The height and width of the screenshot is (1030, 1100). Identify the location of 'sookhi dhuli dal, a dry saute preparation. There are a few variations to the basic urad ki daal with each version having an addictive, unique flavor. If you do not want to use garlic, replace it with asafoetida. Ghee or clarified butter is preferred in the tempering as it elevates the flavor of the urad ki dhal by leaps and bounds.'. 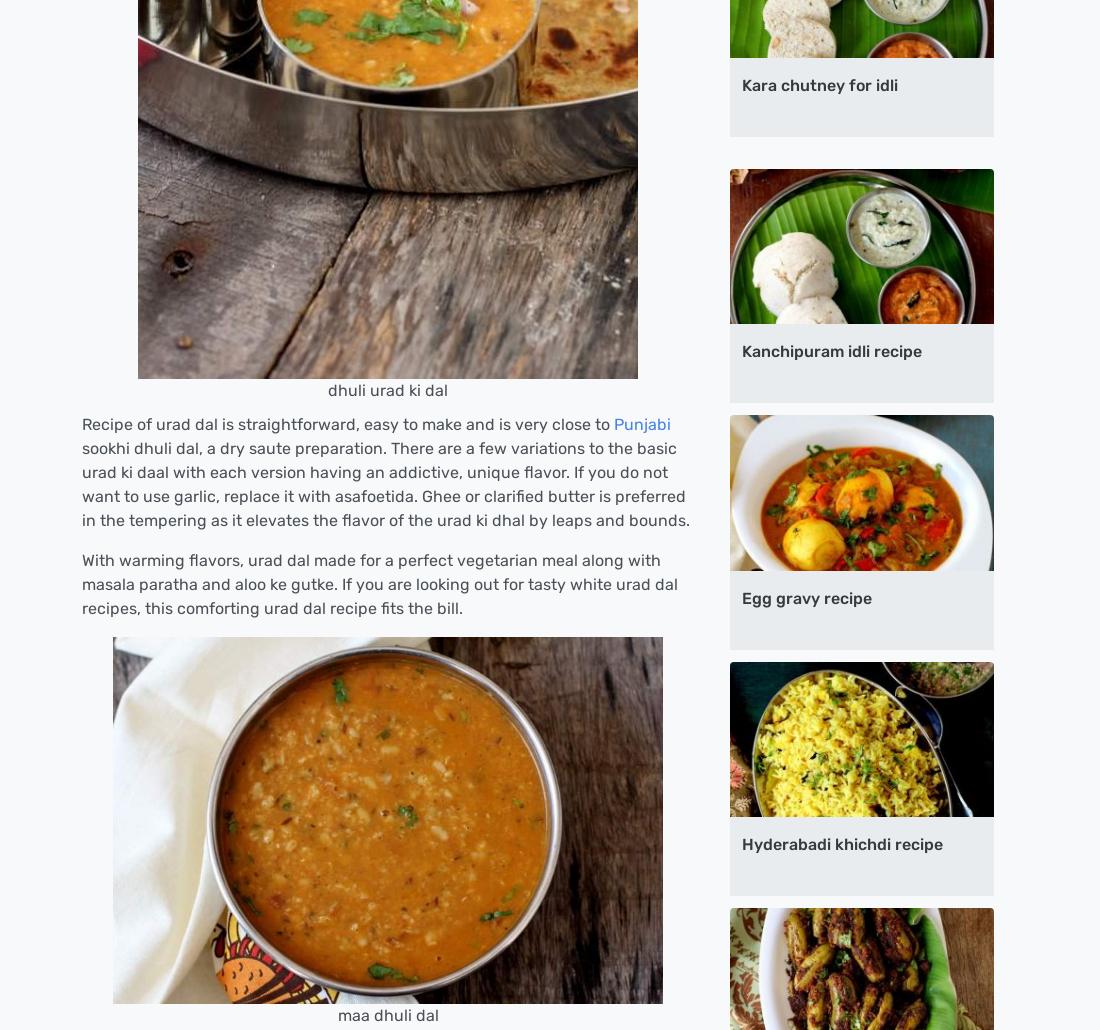
(385, 482).